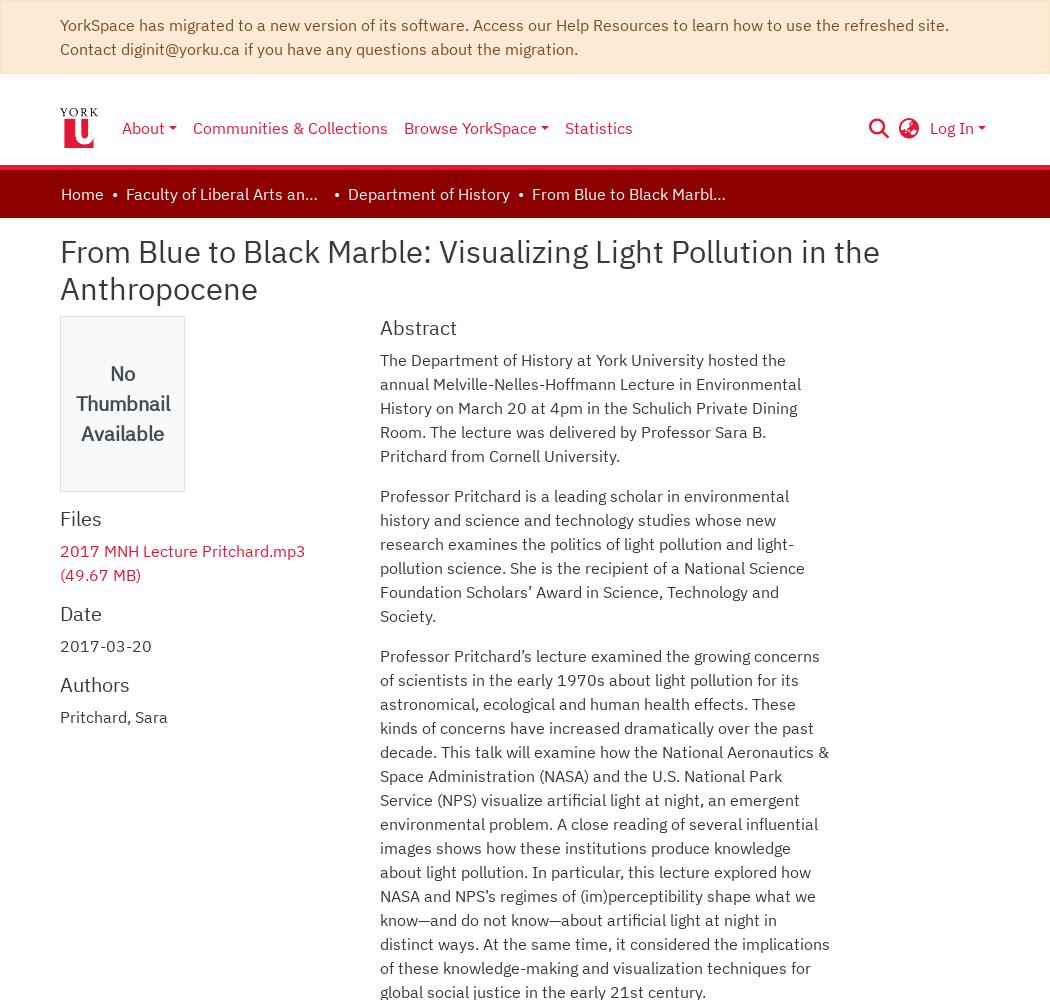  Describe the element at coordinates (469, 269) in the screenshot. I see `'From Blue to Black Marble: Visualizing Light Pollution in the Anthropocene'` at that location.